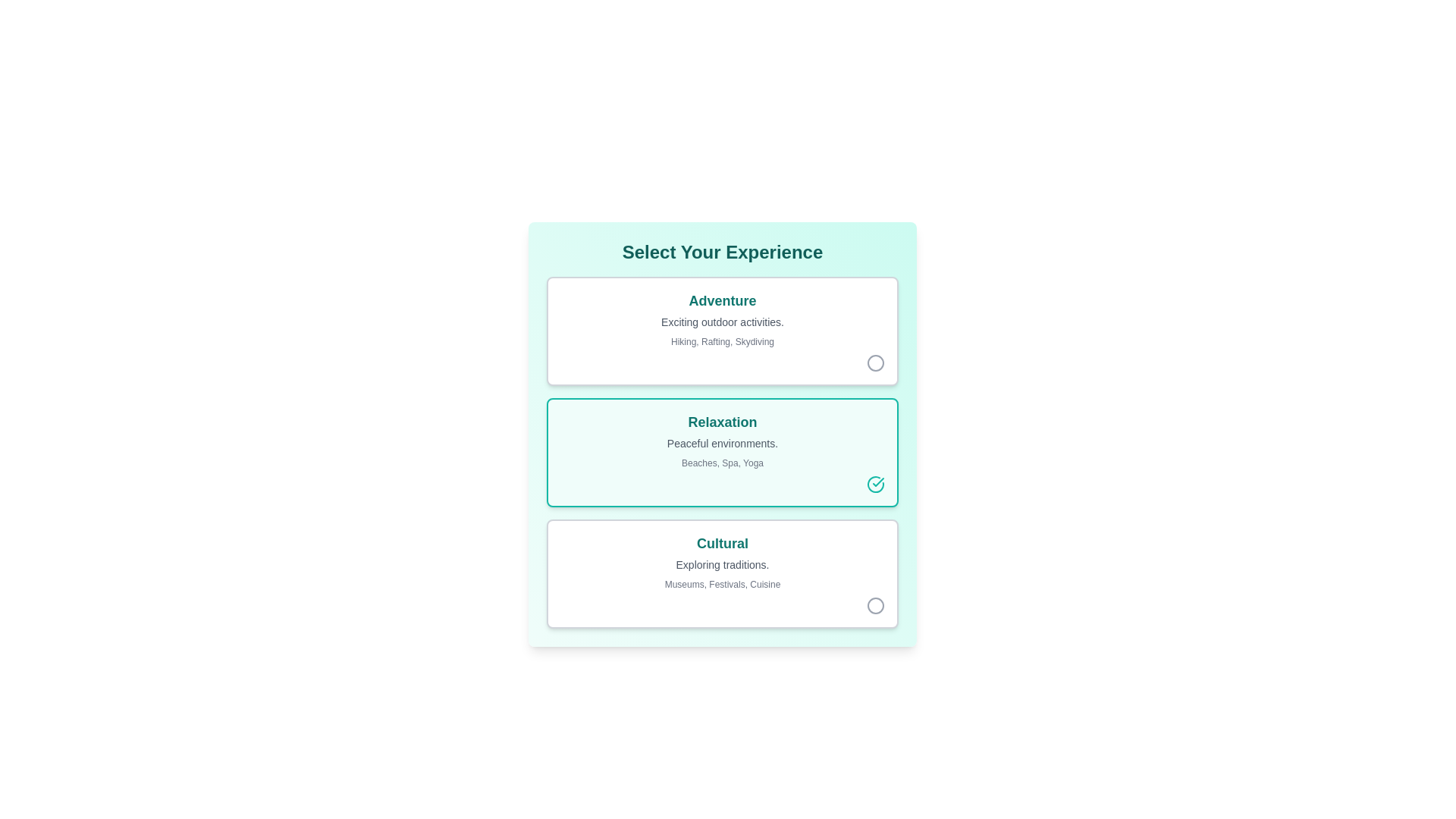 This screenshot has height=819, width=1456. I want to click on the teal circular icon with a check mark inside, located in the rightmost section of the 'Relaxation' box in the 'Select Your Experience' interface, so click(876, 485).